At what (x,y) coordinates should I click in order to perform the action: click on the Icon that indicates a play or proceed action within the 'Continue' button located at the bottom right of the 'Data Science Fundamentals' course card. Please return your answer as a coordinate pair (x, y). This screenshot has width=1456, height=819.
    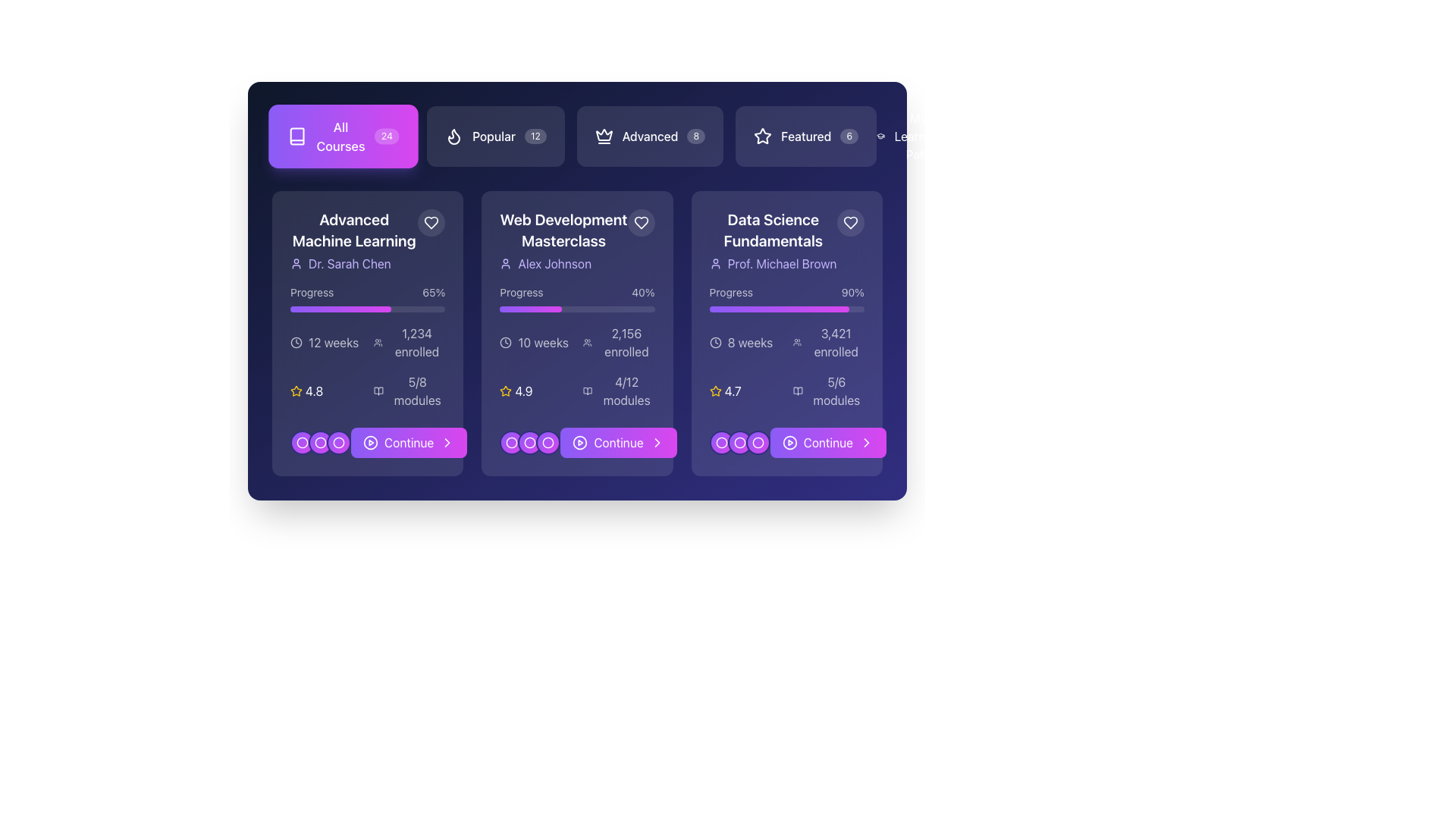
    Looking at the image, I should click on (789, 442).